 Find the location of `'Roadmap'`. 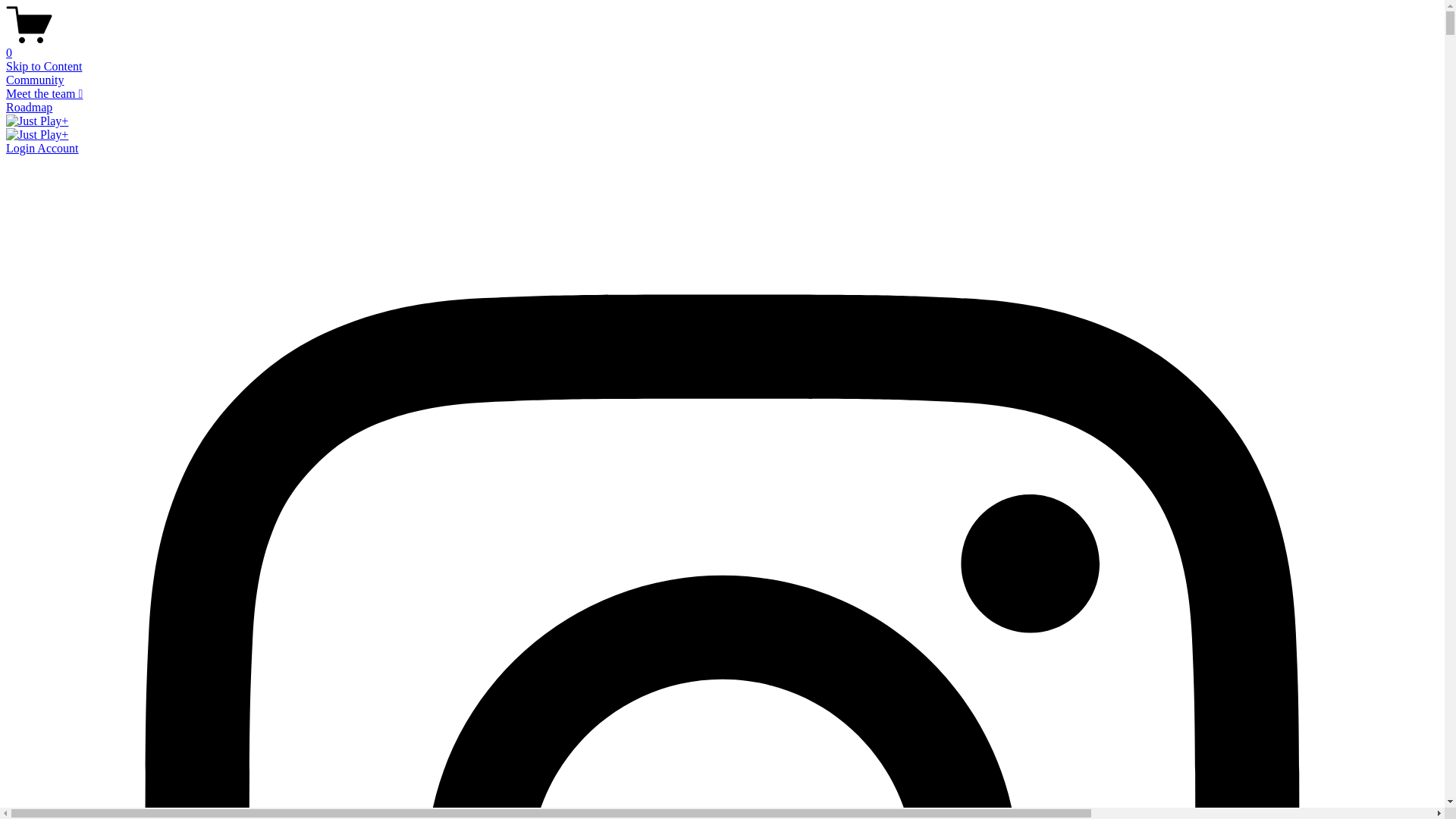

'Roadmap' is located at coordinates (29, 106).